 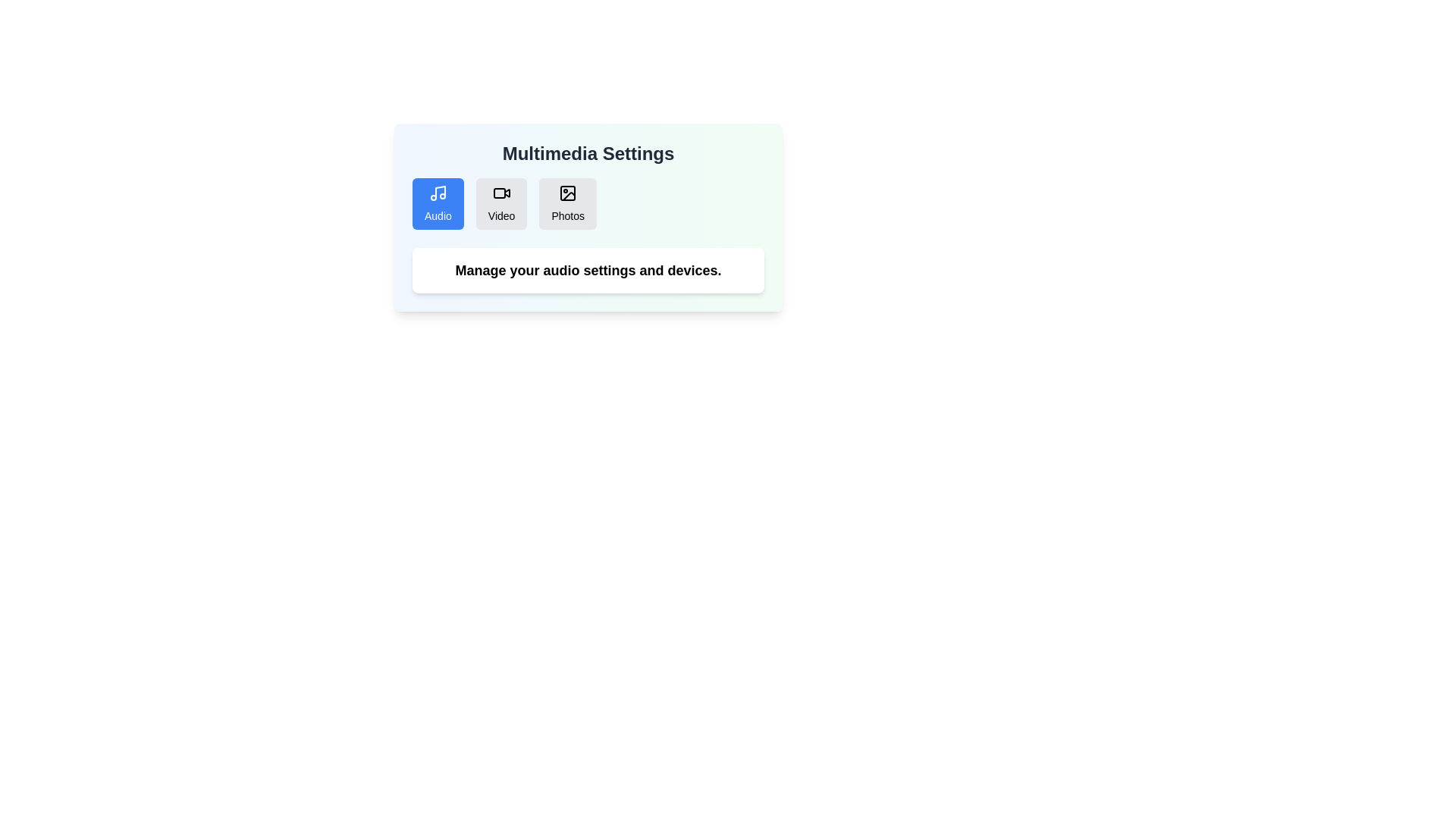 What do you see at coordinates (501, 203) in the screenshot?
I see `the 'Video' button with a light gray background and black text` at bounding box center [501, 203].